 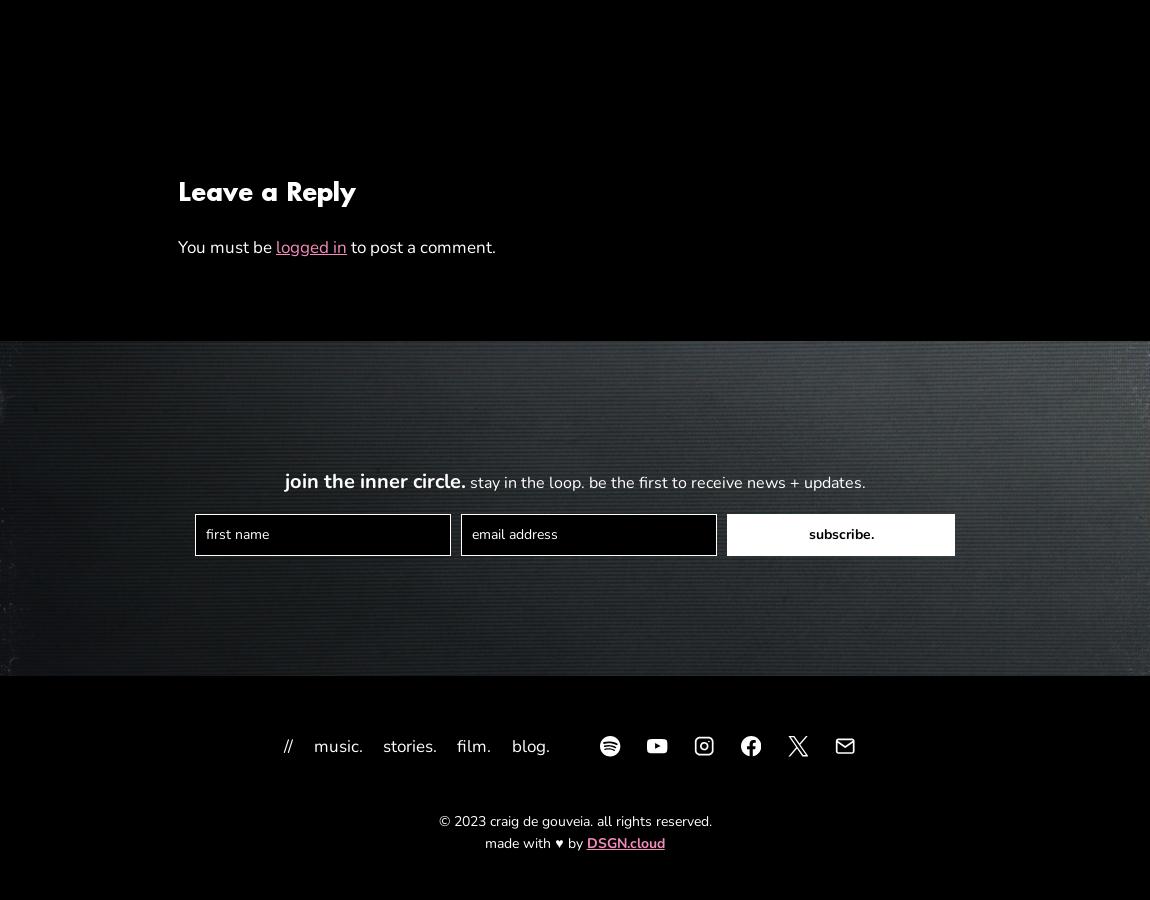 What do you see at coordinates (484, 843) in the screenshot?
I see `'made with ♥ by'` at bounding box center [484, 843].